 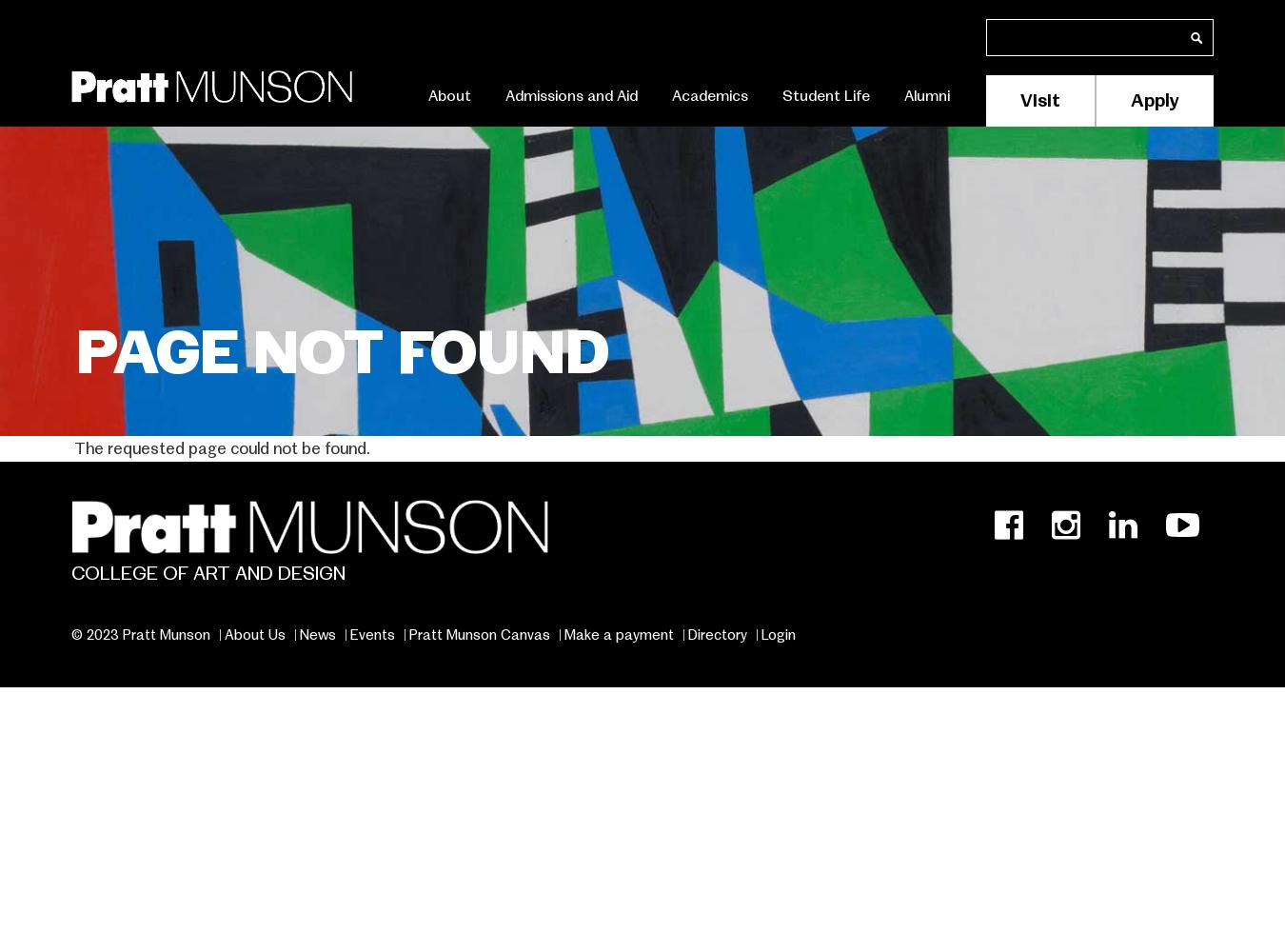 I want to click on 'Page not found', so click(x=343, y=350).